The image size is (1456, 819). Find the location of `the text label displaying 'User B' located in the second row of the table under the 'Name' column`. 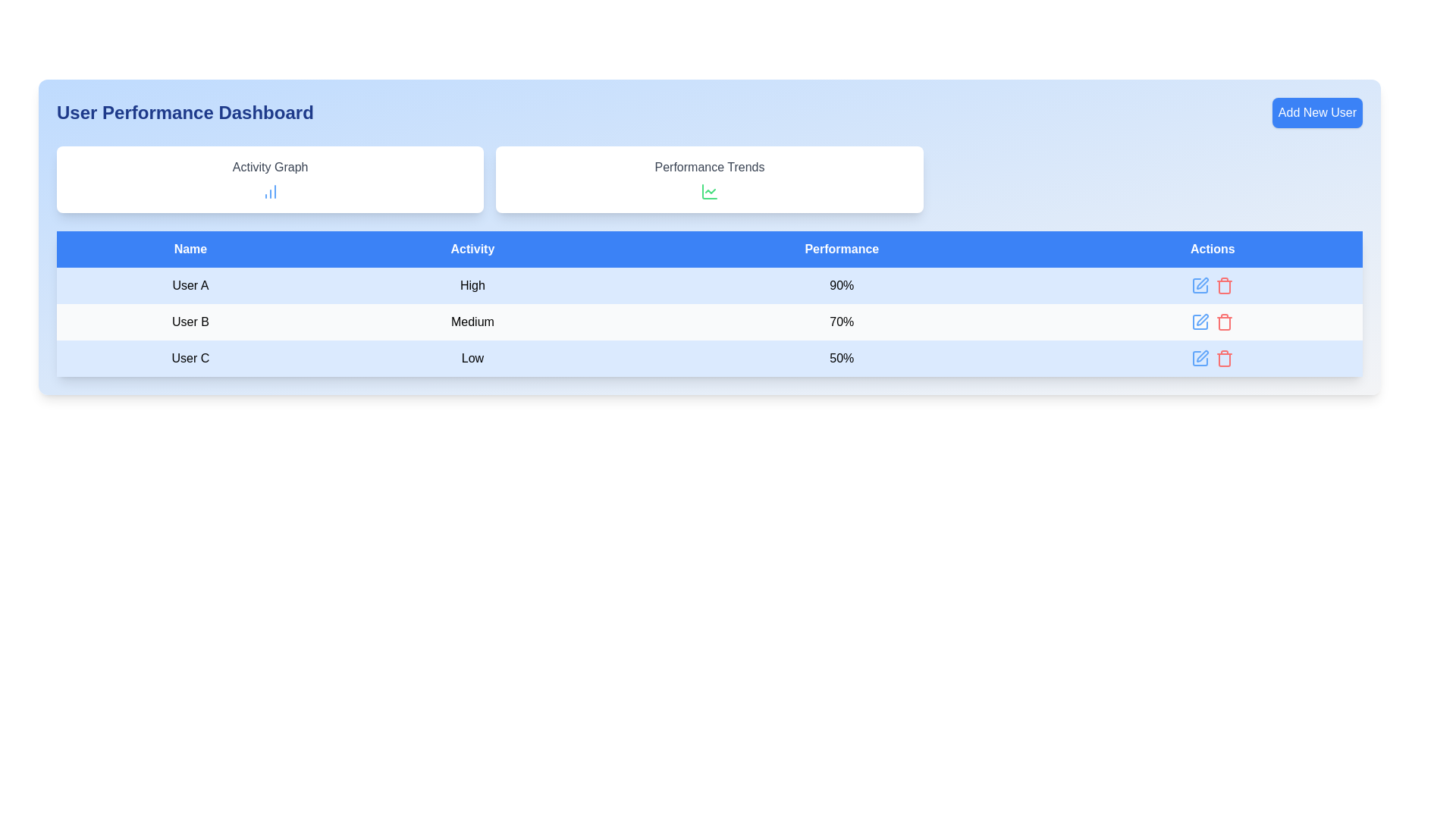

the text label displaying 'User B' located in the second row of the table under the 'Name' column is located at coordinates (190, 321).